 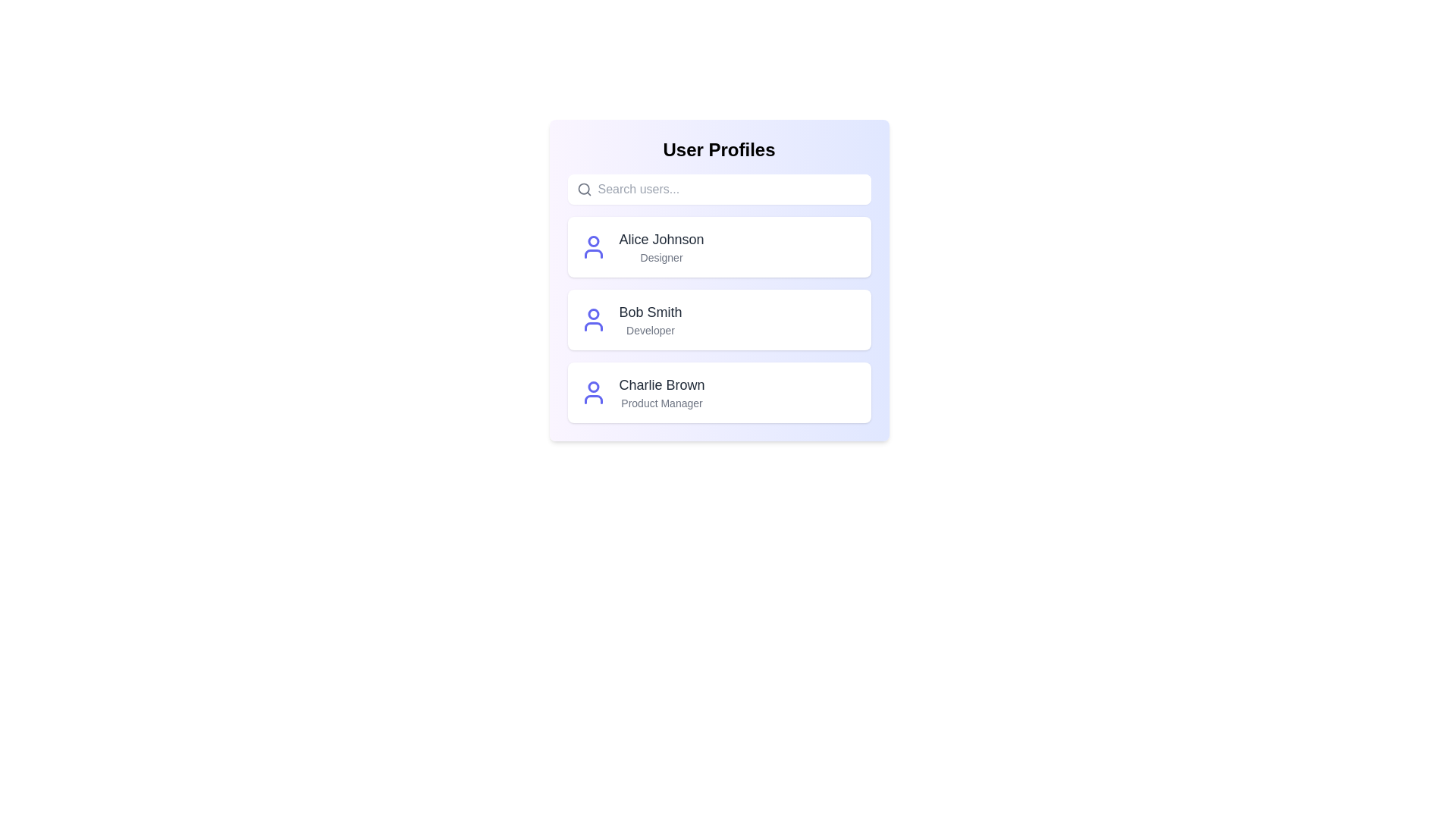 I want to click on the search input field to focus it, so click(x=731, y=189).